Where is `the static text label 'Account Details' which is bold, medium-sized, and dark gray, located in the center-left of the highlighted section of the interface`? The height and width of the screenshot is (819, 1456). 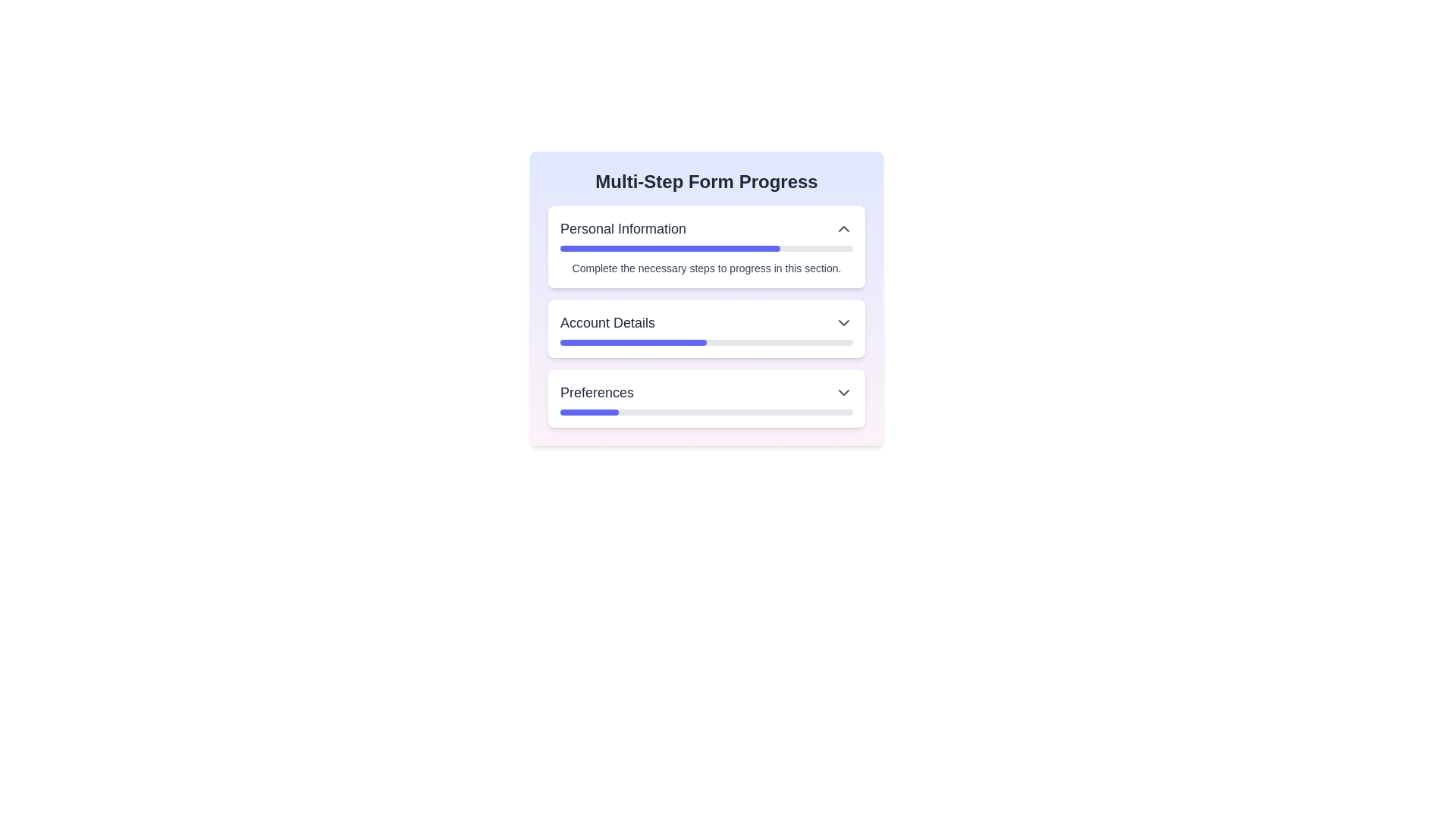 the static text label 'Account Details' which is bold, medium-sized, and dark gray, located in the center-left of the highlighted section of the interface is located at coordinates (607, 322).